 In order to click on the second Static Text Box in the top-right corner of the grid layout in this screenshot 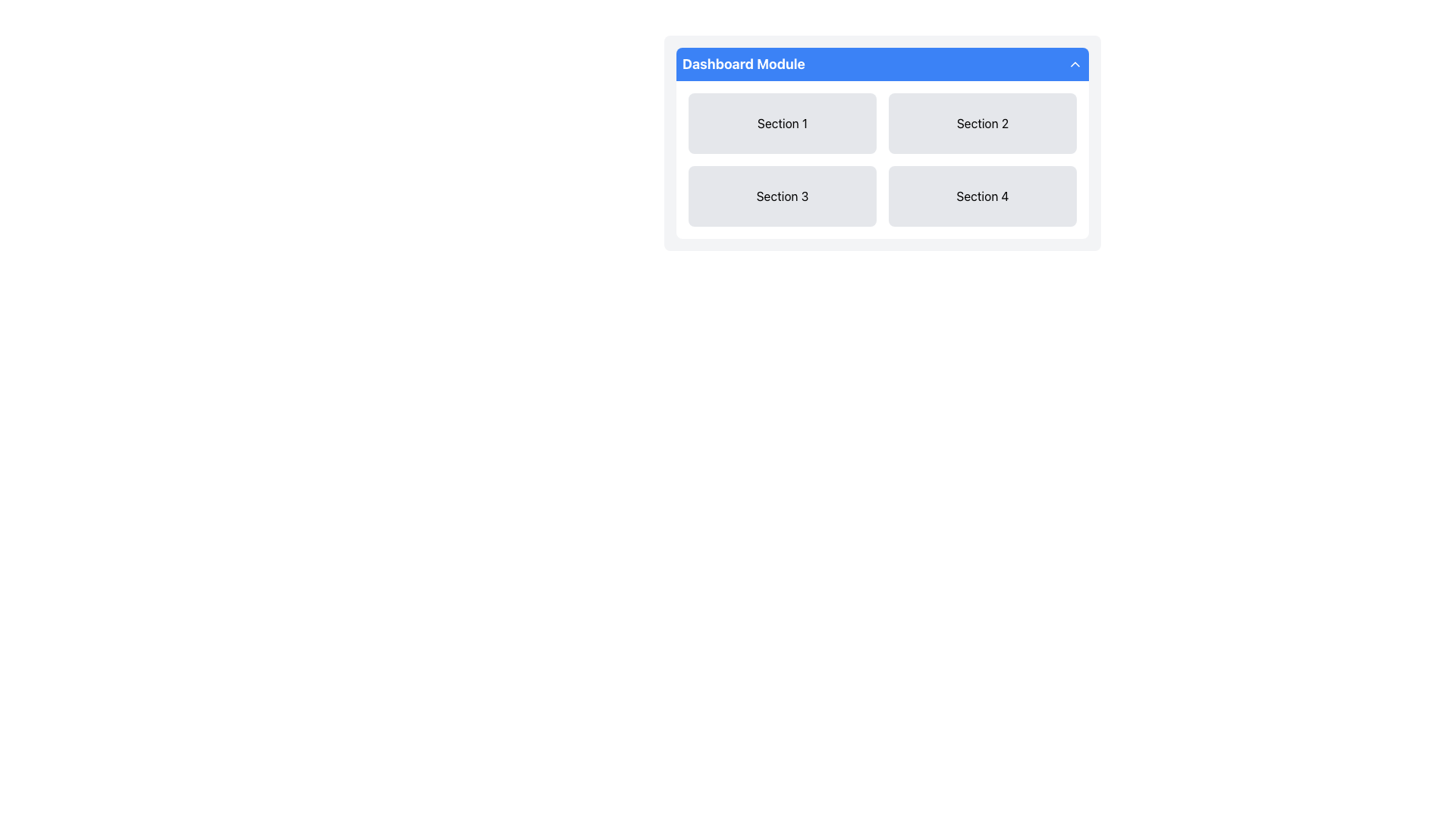, I will do `click(983, 122)`.